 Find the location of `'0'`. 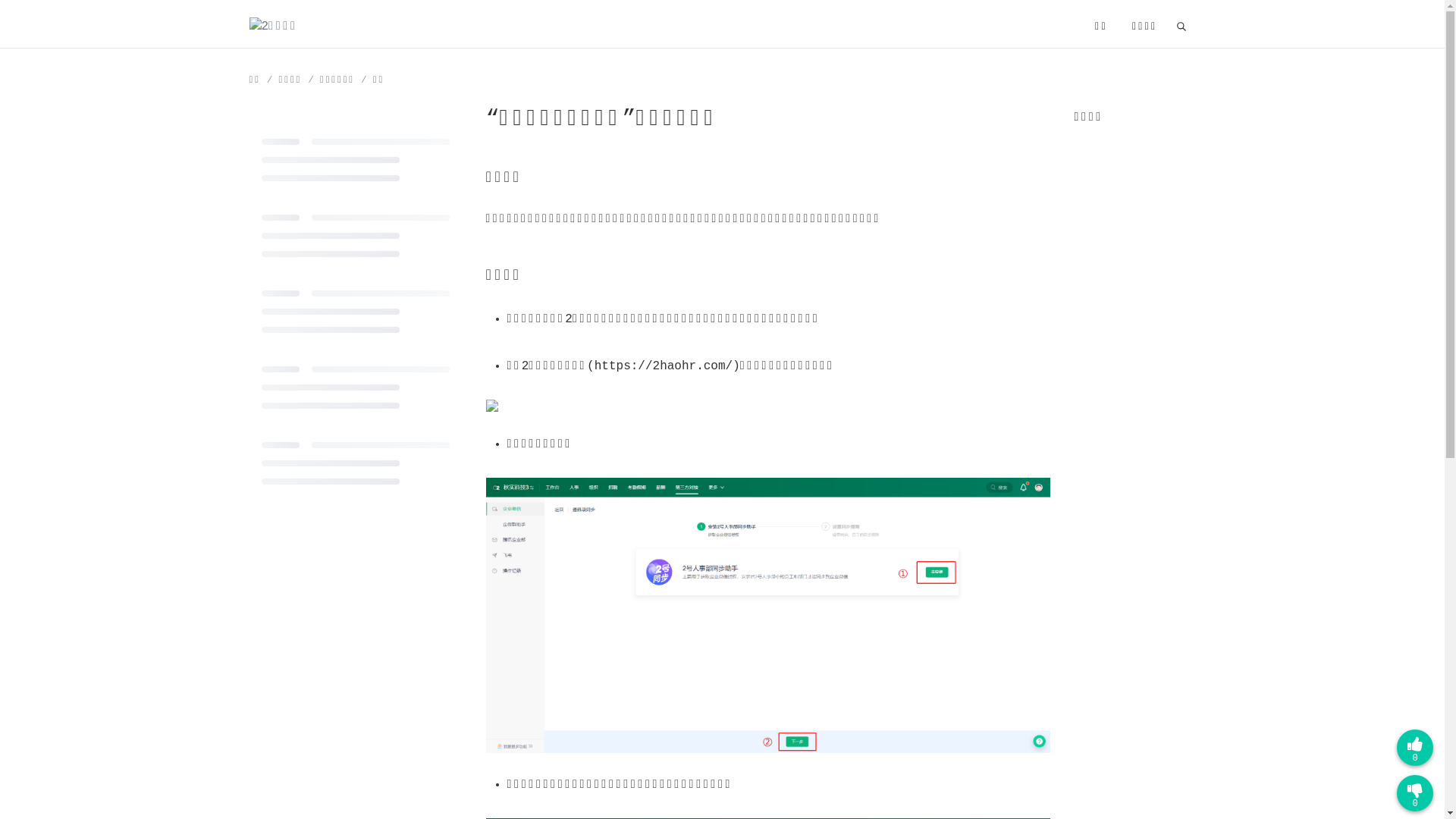

'0' is located at coordinates (1414, 792).